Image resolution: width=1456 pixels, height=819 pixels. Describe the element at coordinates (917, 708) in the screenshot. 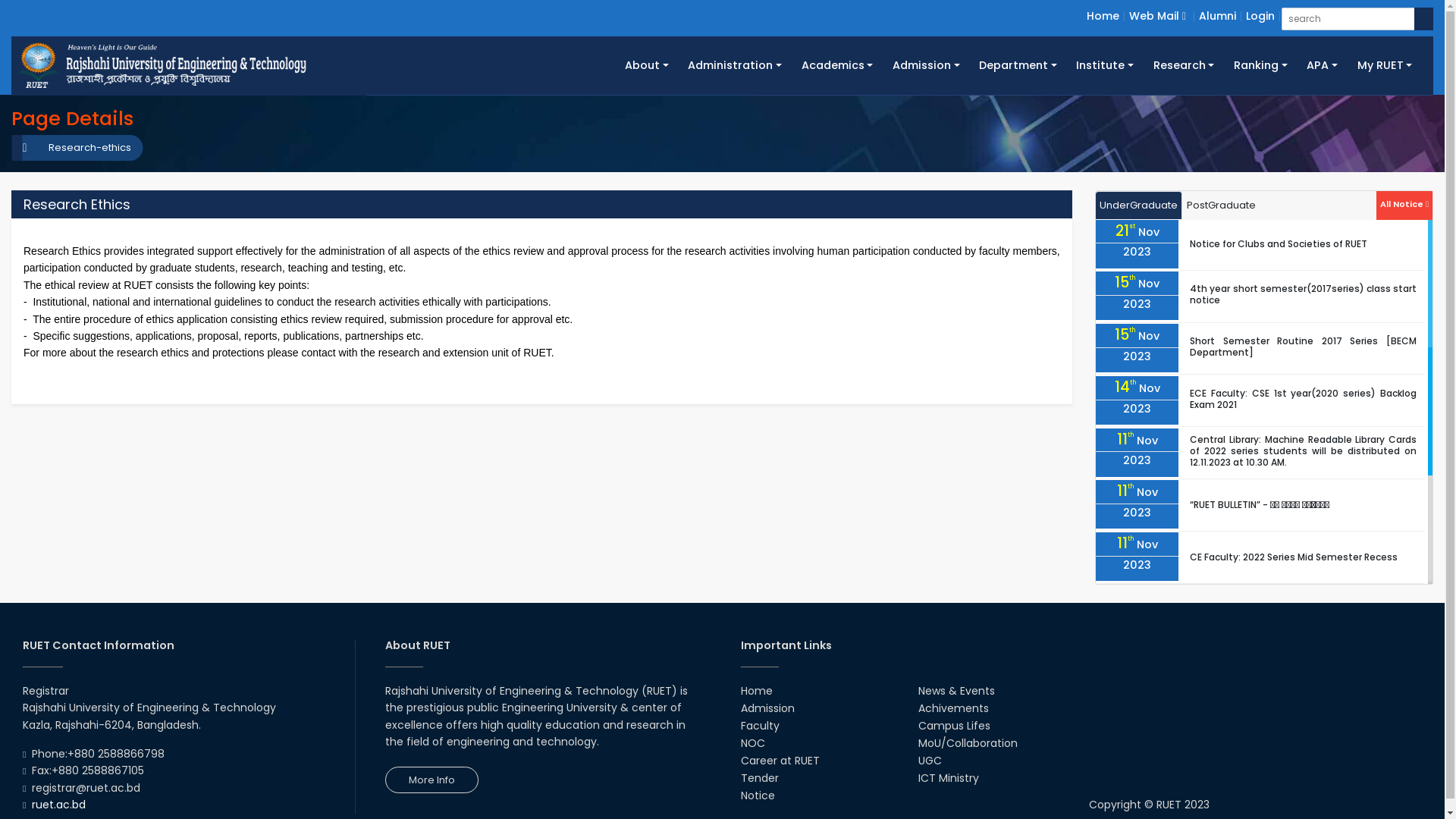

I see `'Achivements'` at that location.